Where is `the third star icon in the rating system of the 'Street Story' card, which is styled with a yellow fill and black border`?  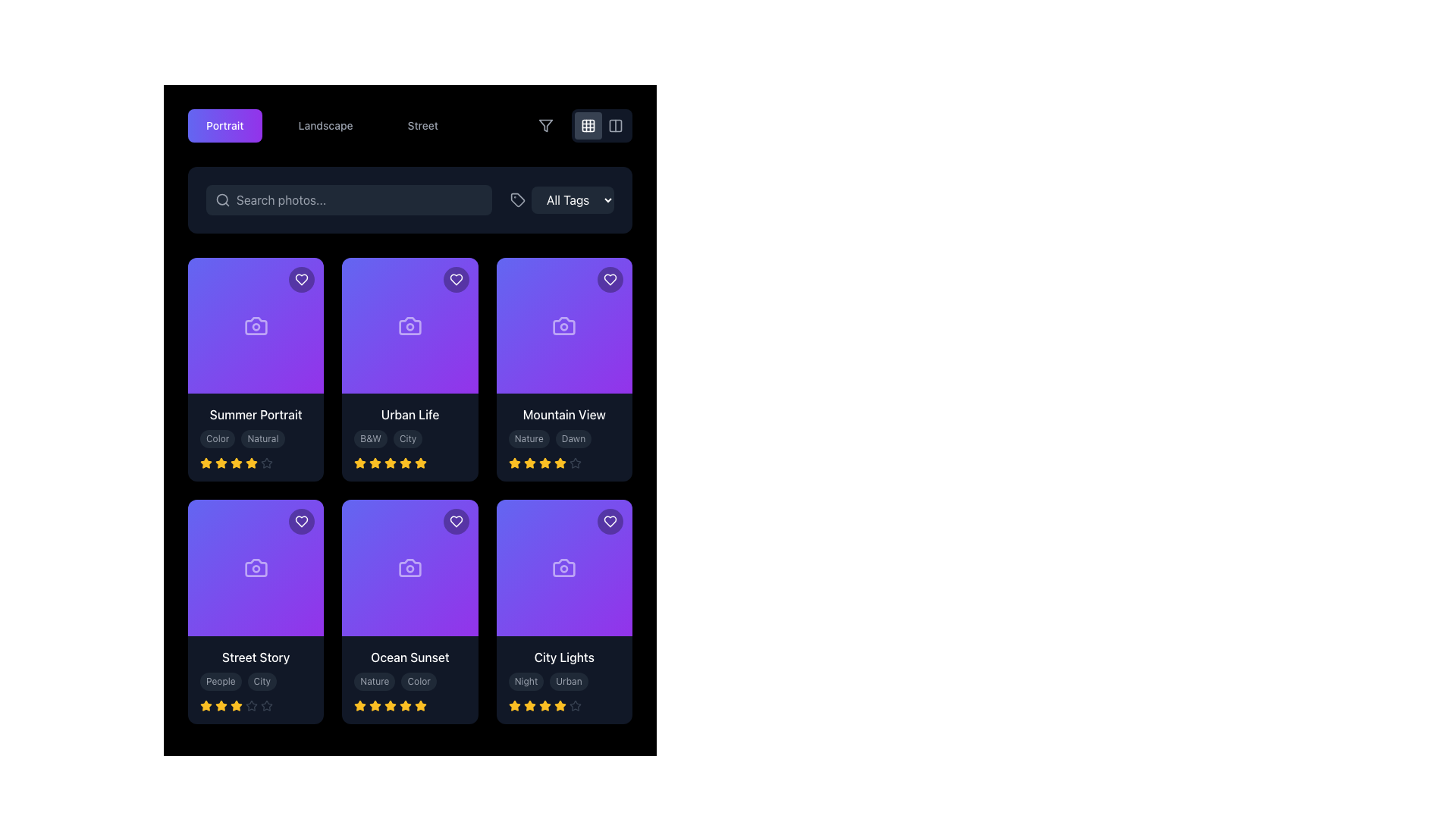 the third star icon in the rating system of the 'Street Story' card, which is styled with a yellow fill and black border is located at coordinates (221, 704).